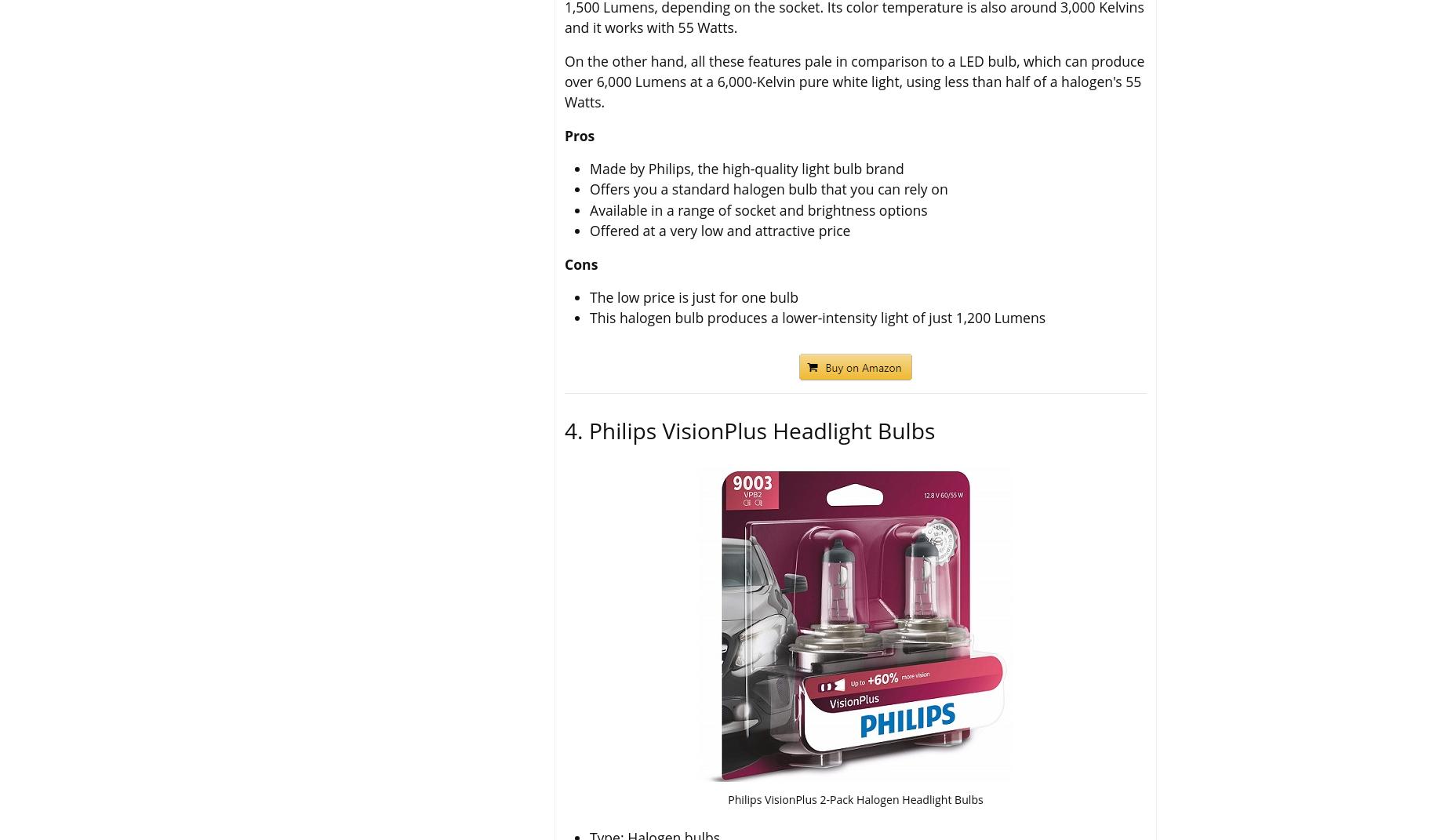  I want to click on 'Made by Philips, the high-quality light bulb brand', so click(746, 167).